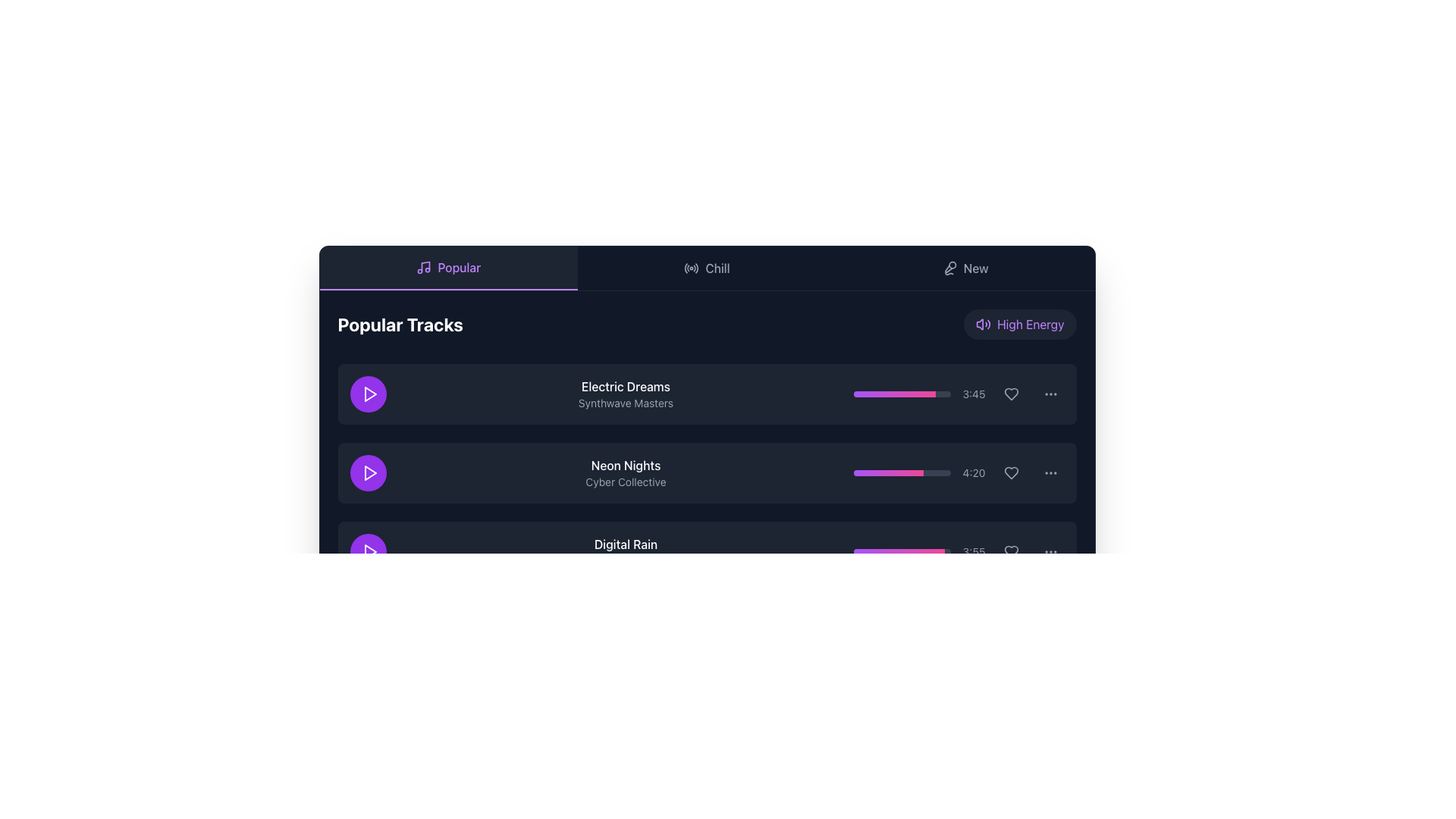 This screenshot has width=1456, height=819. Describe the element at coordinates (447, 268) in the screenshot. I see `the 'Popular' Selectable Tab Button, which is a rectangular button with a bold purple font and a purple music icon, located at the top bar as the first button in the list of options` at that location.